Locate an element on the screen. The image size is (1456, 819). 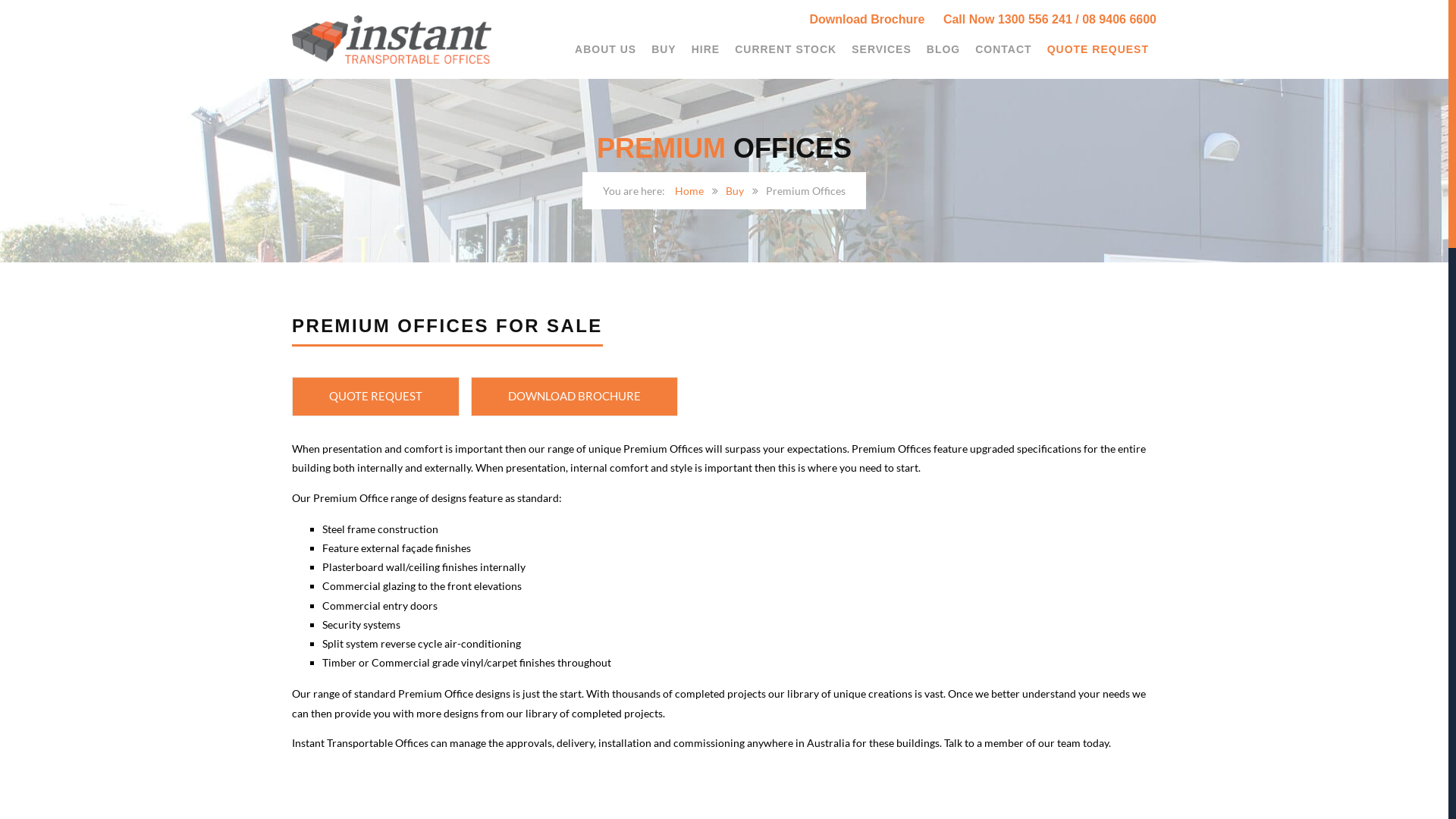
'BUY' is located at coordinates (664, 49).